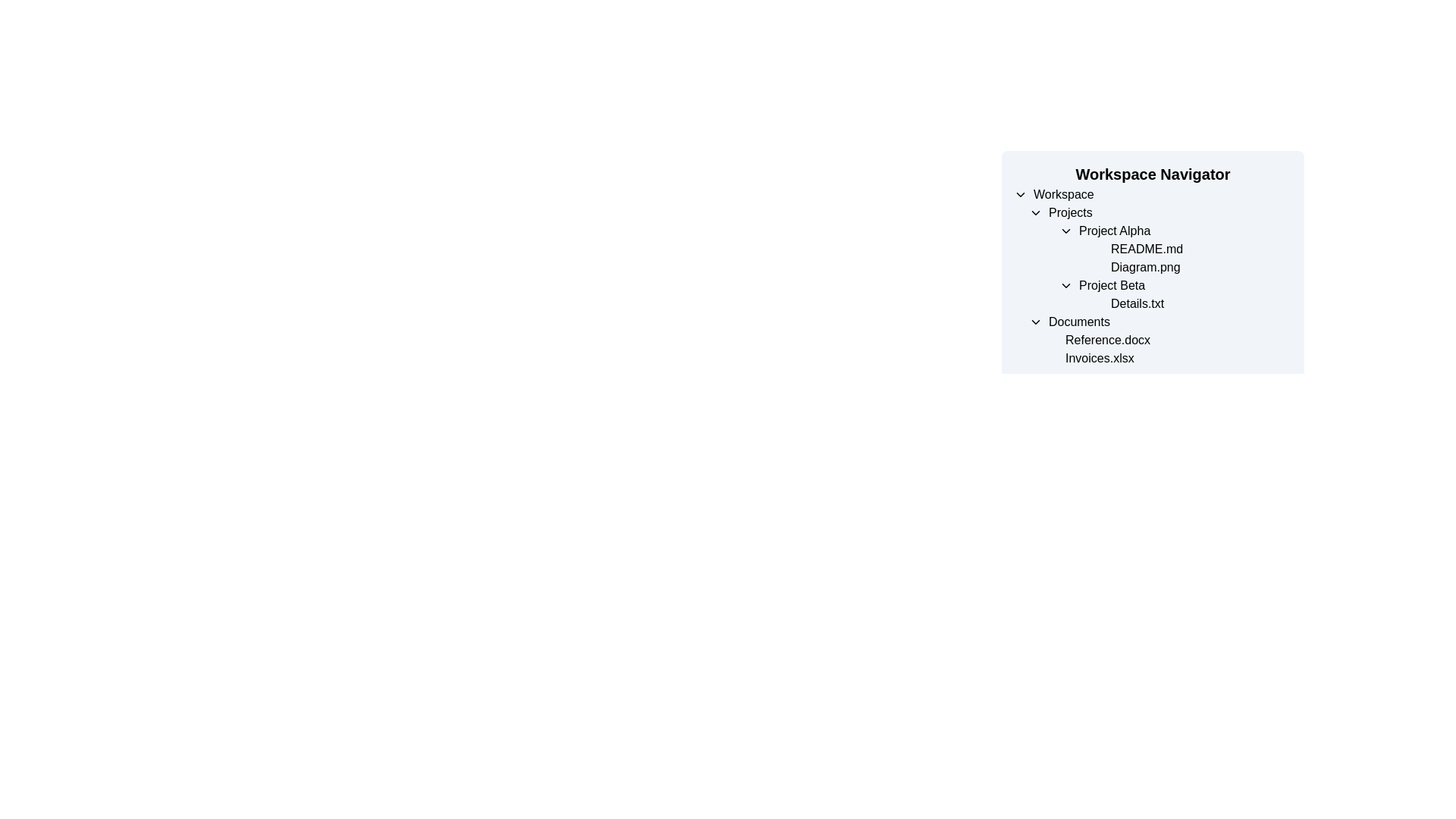 The image size is (1456, 819). What do you see at coordinates (1065, 286) in the screenshot?
I see `the downward-facing chevron icon adjacent to 'Project Beta'` at bounding box center [1065, 286].